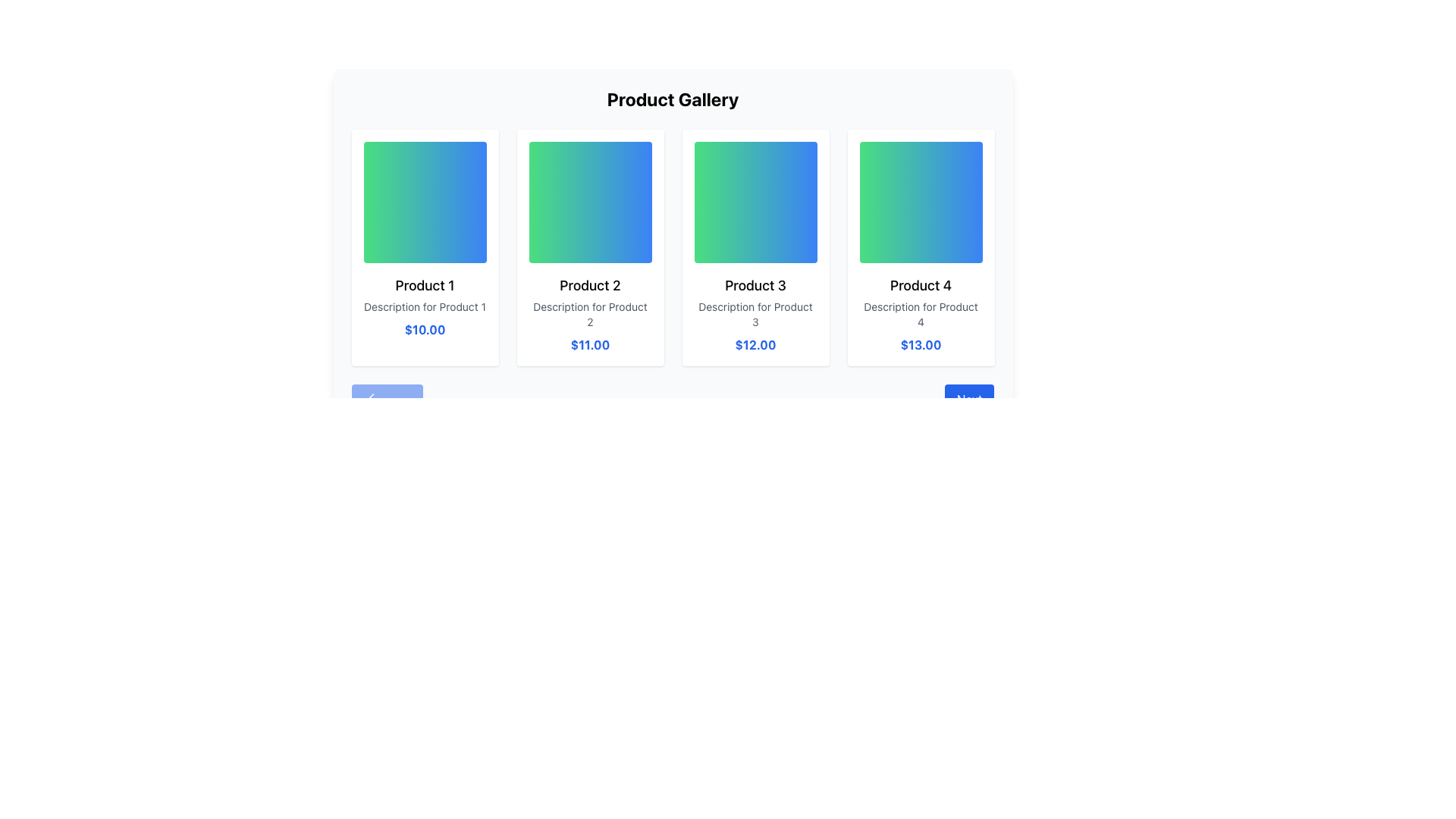 The width and height of the screenshot is (1456, 819). What do you see at coordinates (589, 201) in the screenshot?
I see `the non-interactive gradient panel that transitions from green to blue, located at the top section of the card for 'Product 2'` at bounding box center [589, 201].